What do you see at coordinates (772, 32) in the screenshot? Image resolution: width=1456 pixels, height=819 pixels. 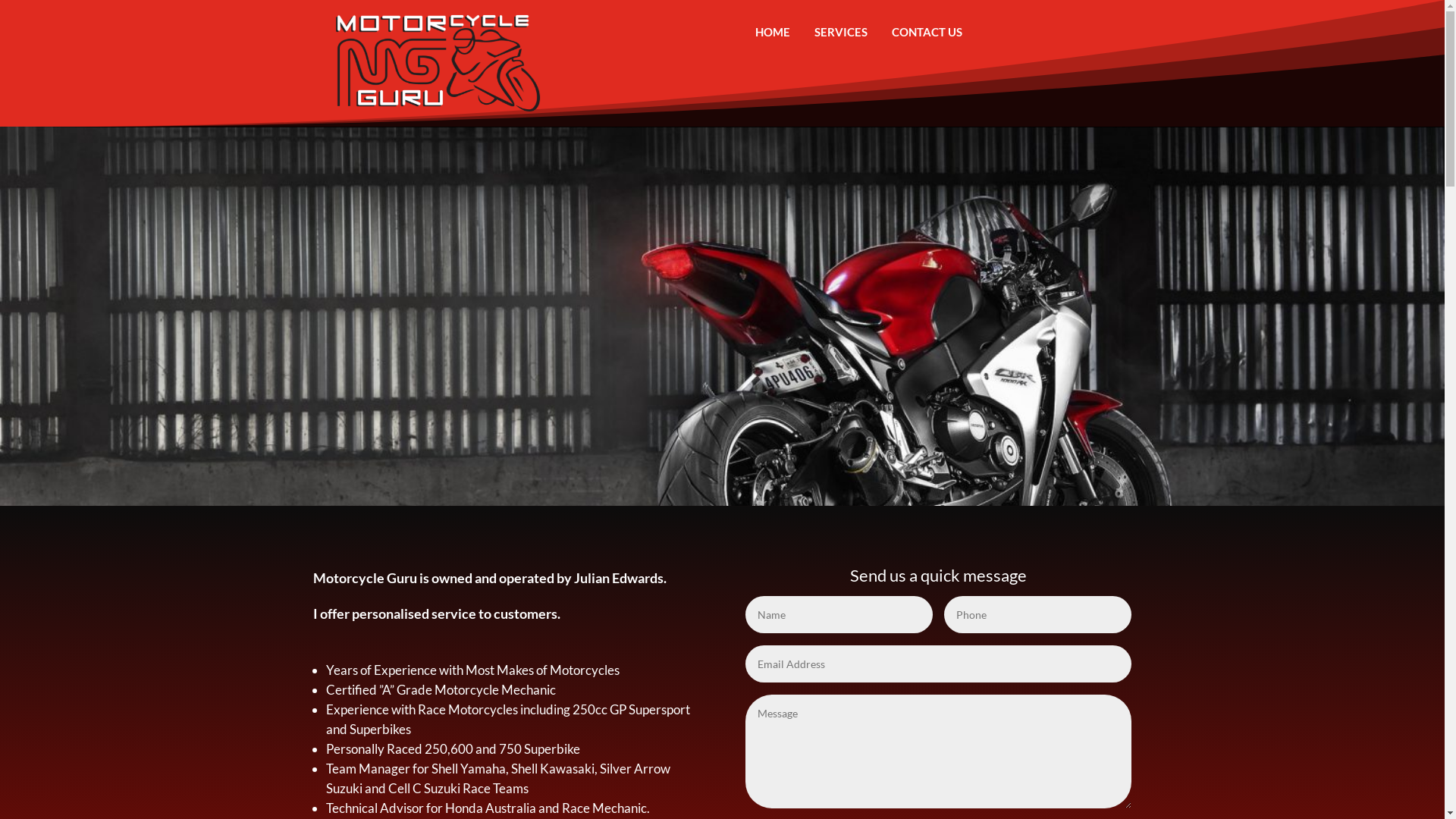 I see `'HOME'` at bounding box center [772, 32].